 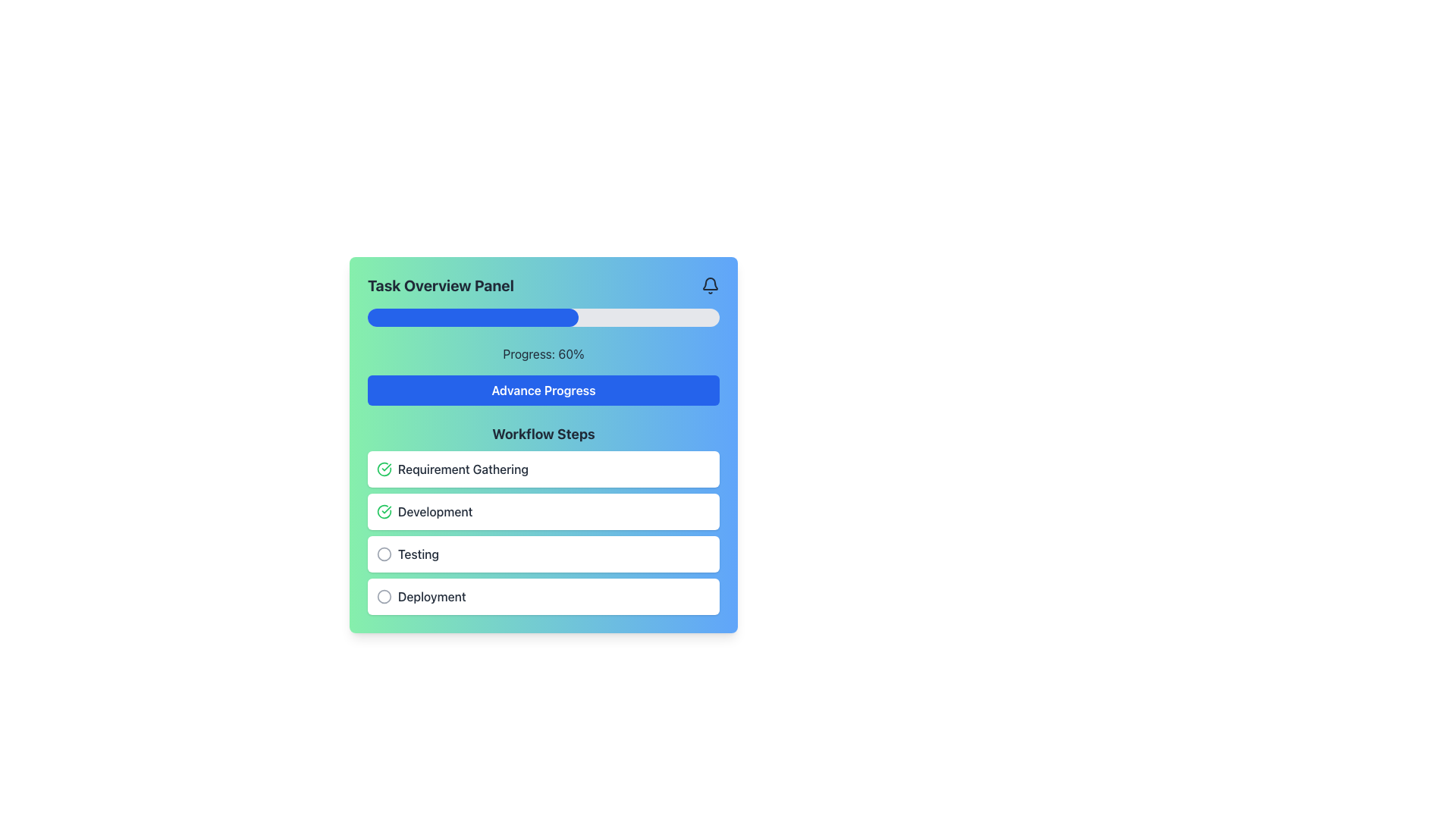 I want to click on the text label 'Workflow Steps' which is styled with bold, large-size font in dark gray color, positioned at the top left corner of the list section, so click(x=543, y=435).